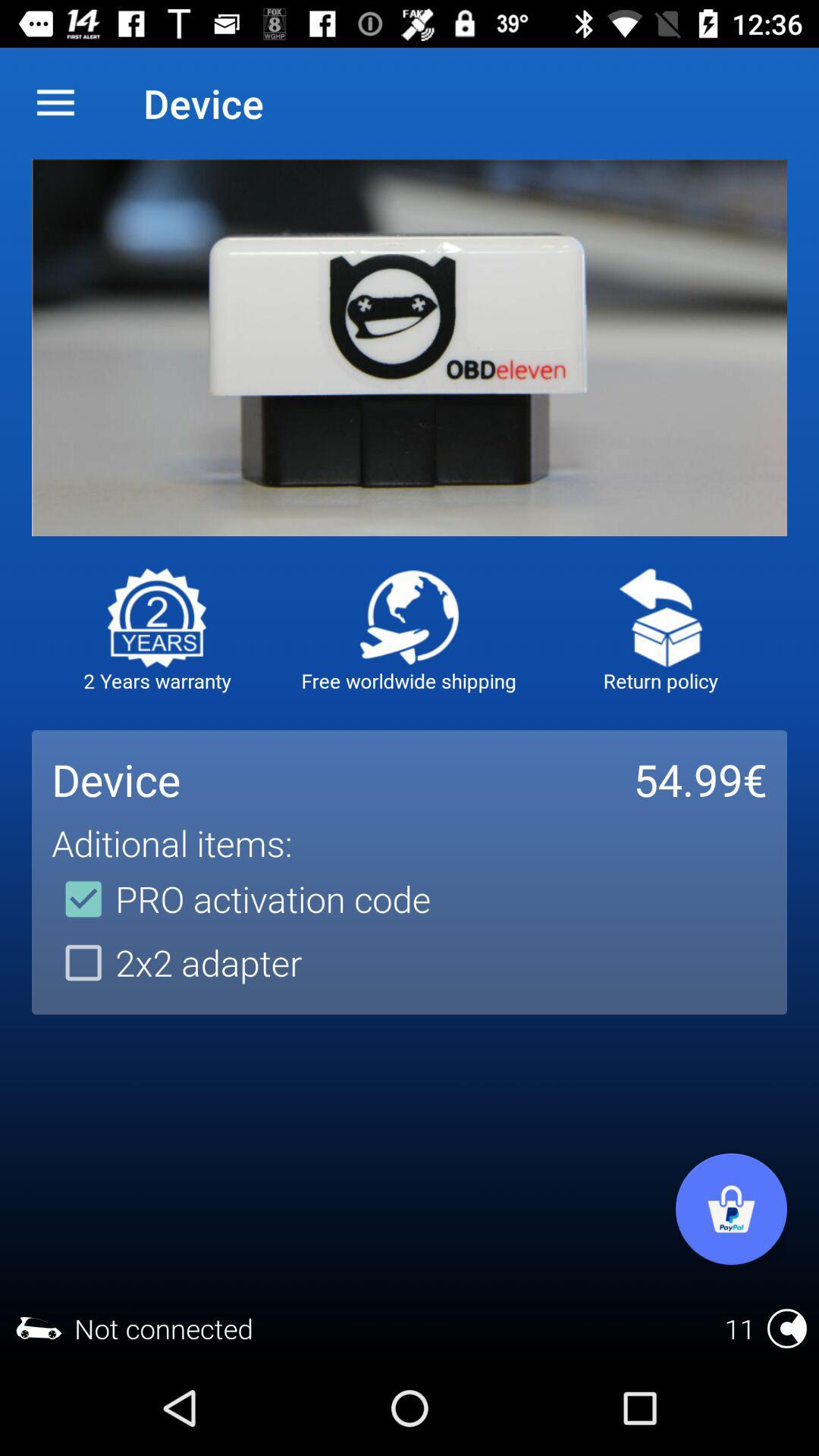 The width and height of the screenshot is (819, 1456). Describe the element at coordinates (408, 617) in the screenshot. I see `shipping options` at that location.